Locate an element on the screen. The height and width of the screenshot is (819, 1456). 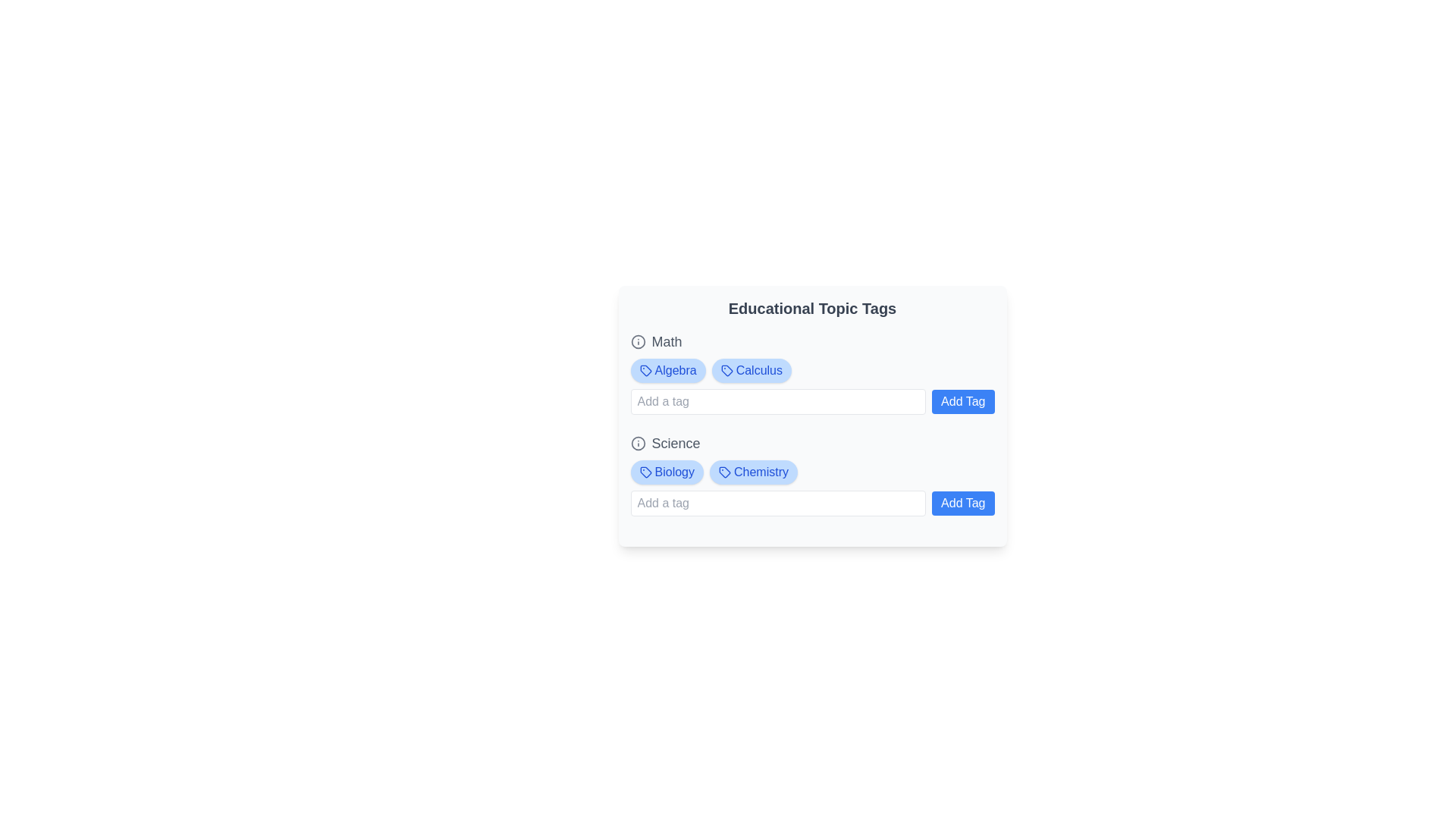
the submit button located to the right of the 'Add a tag' input field in the 'Science' section is located at coordinates (962, 503).